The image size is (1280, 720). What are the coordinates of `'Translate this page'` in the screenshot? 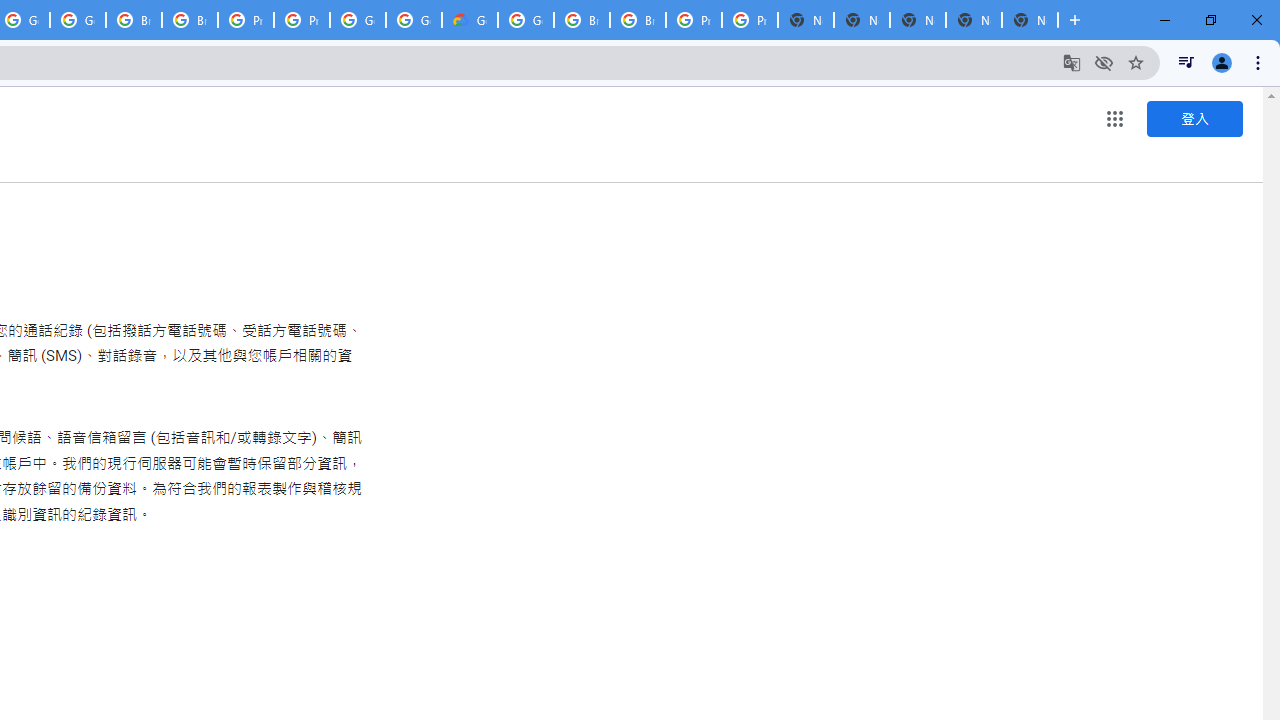 It's located at (1071, 61).